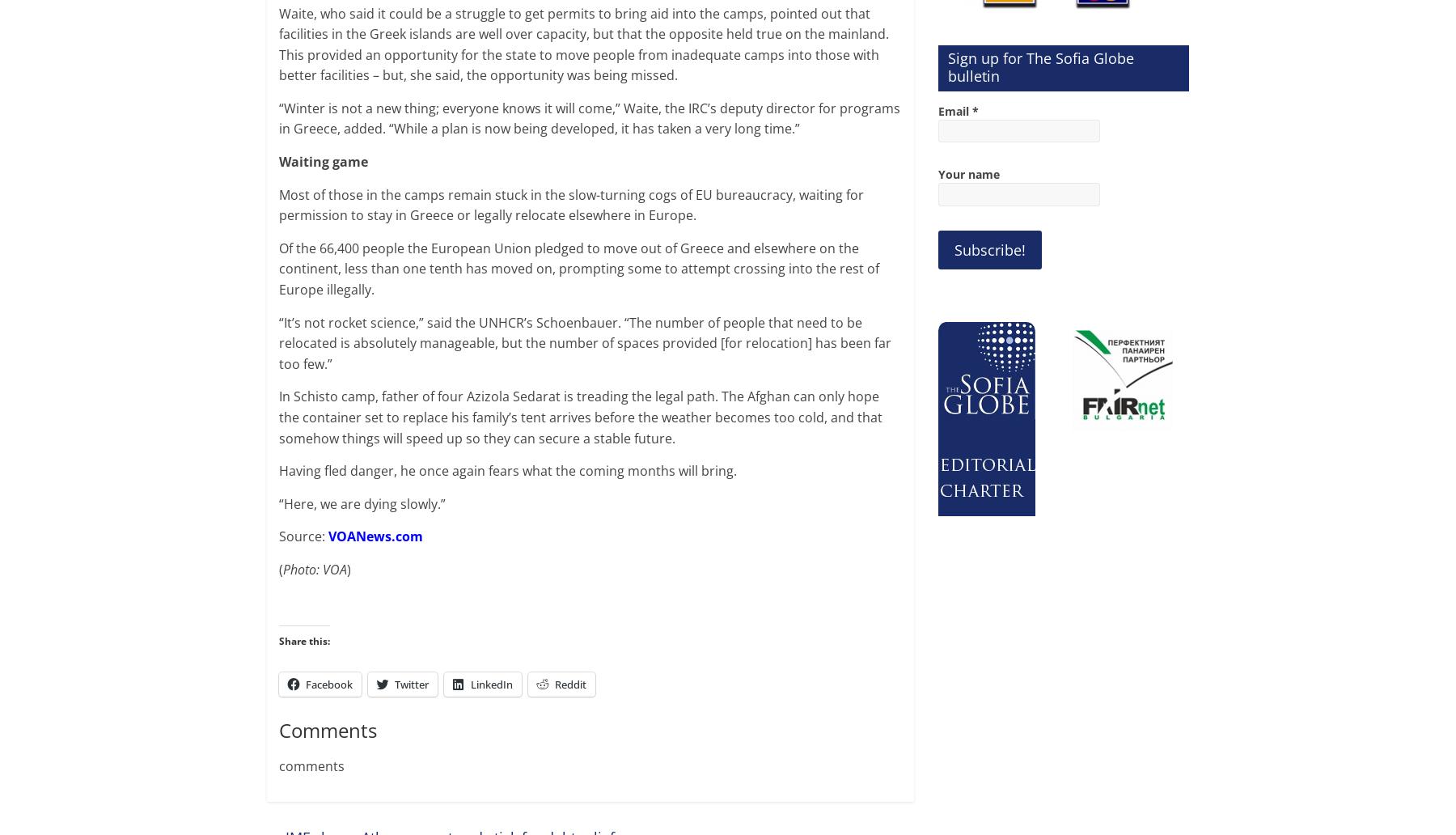 This screenshot has height=835, width=1456. Describe the element at coordinates (975, 110) in the screenshot. I see `'*'` at that location.